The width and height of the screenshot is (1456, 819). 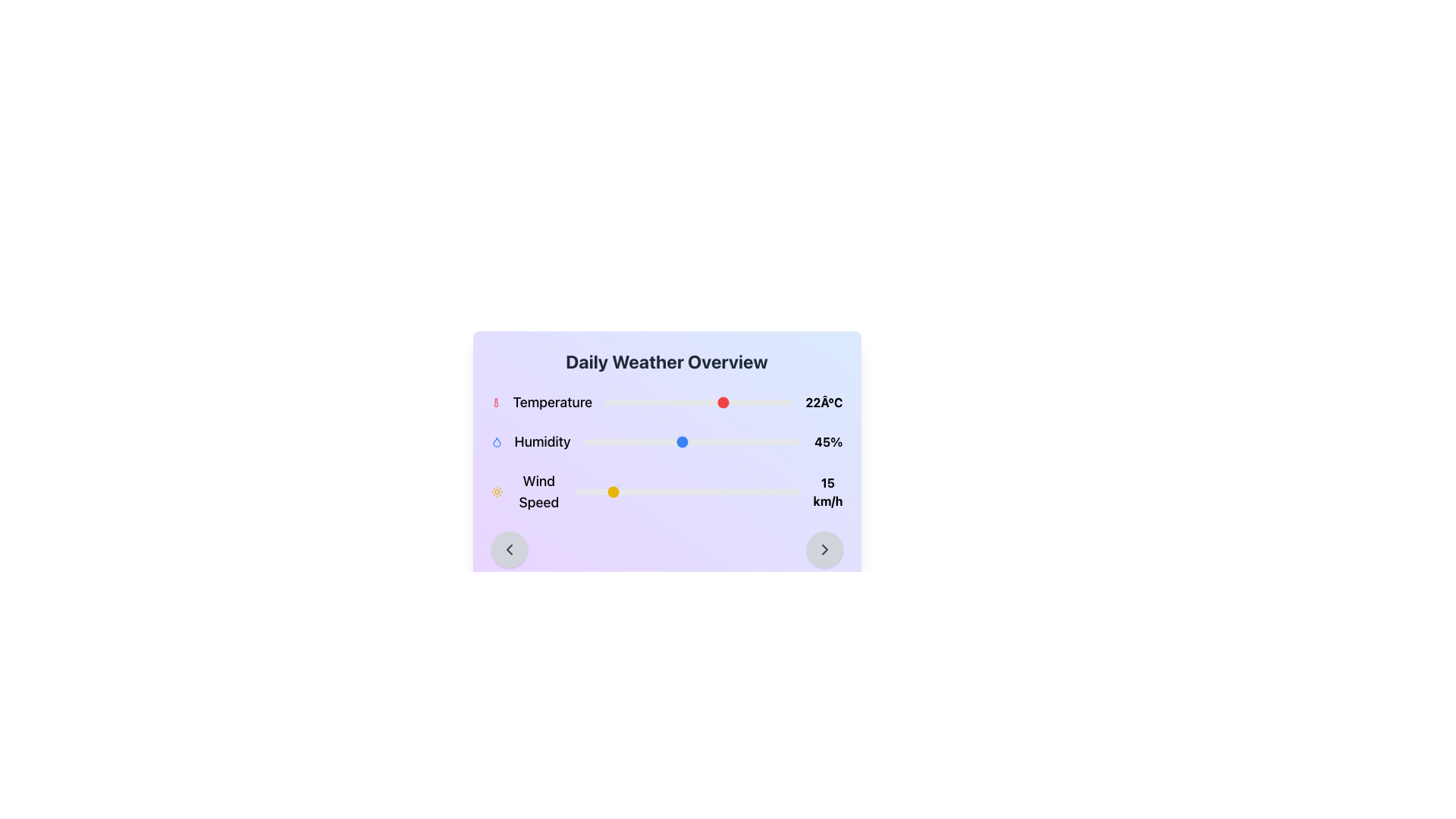 What do you see at coordinates (736, 441) in the screenshot?
I see `humidity` at bounding box center [736, 441].